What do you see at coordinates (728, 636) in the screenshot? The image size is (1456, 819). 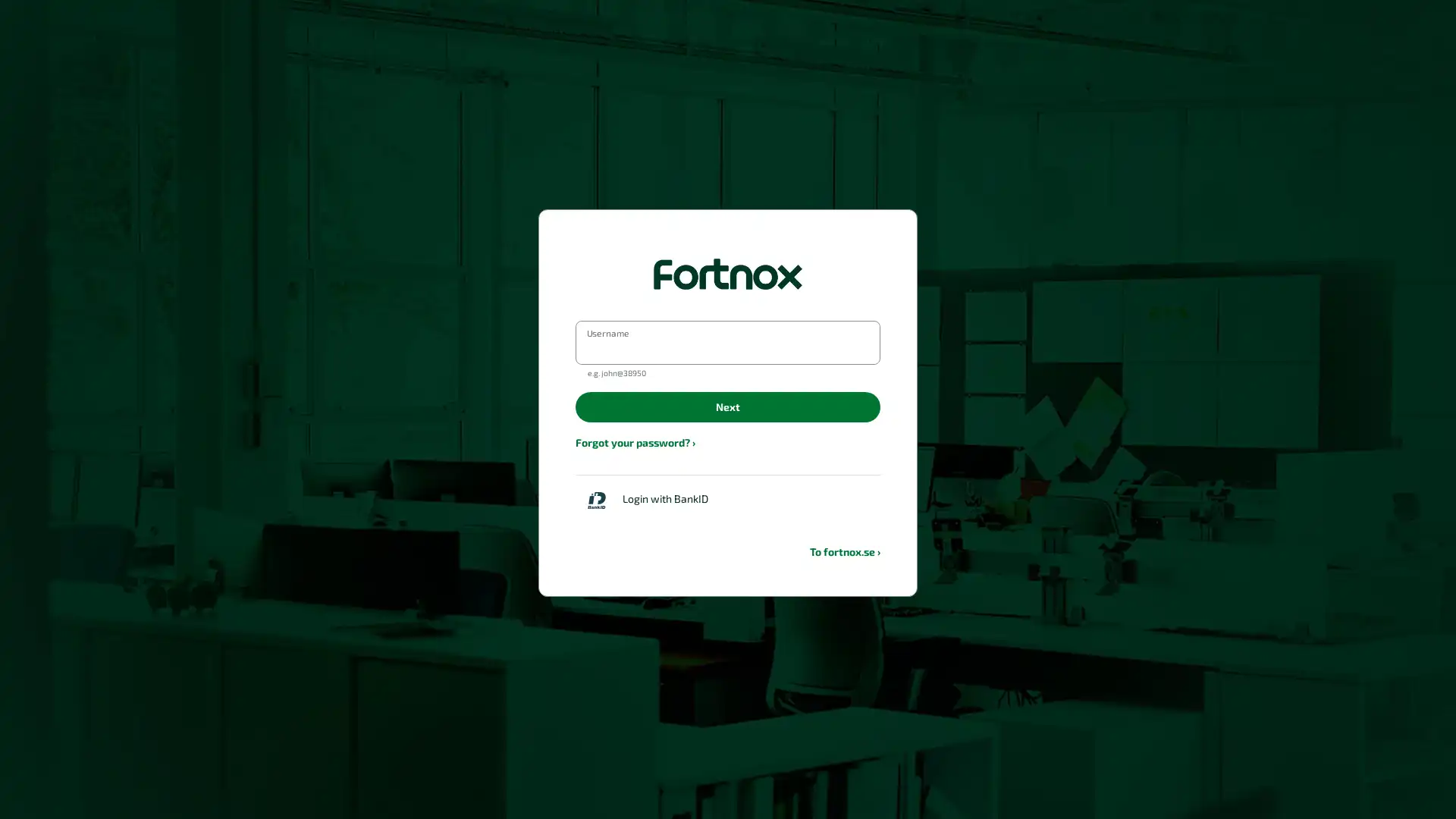 I see `Login` at bounding box center [728, 636].